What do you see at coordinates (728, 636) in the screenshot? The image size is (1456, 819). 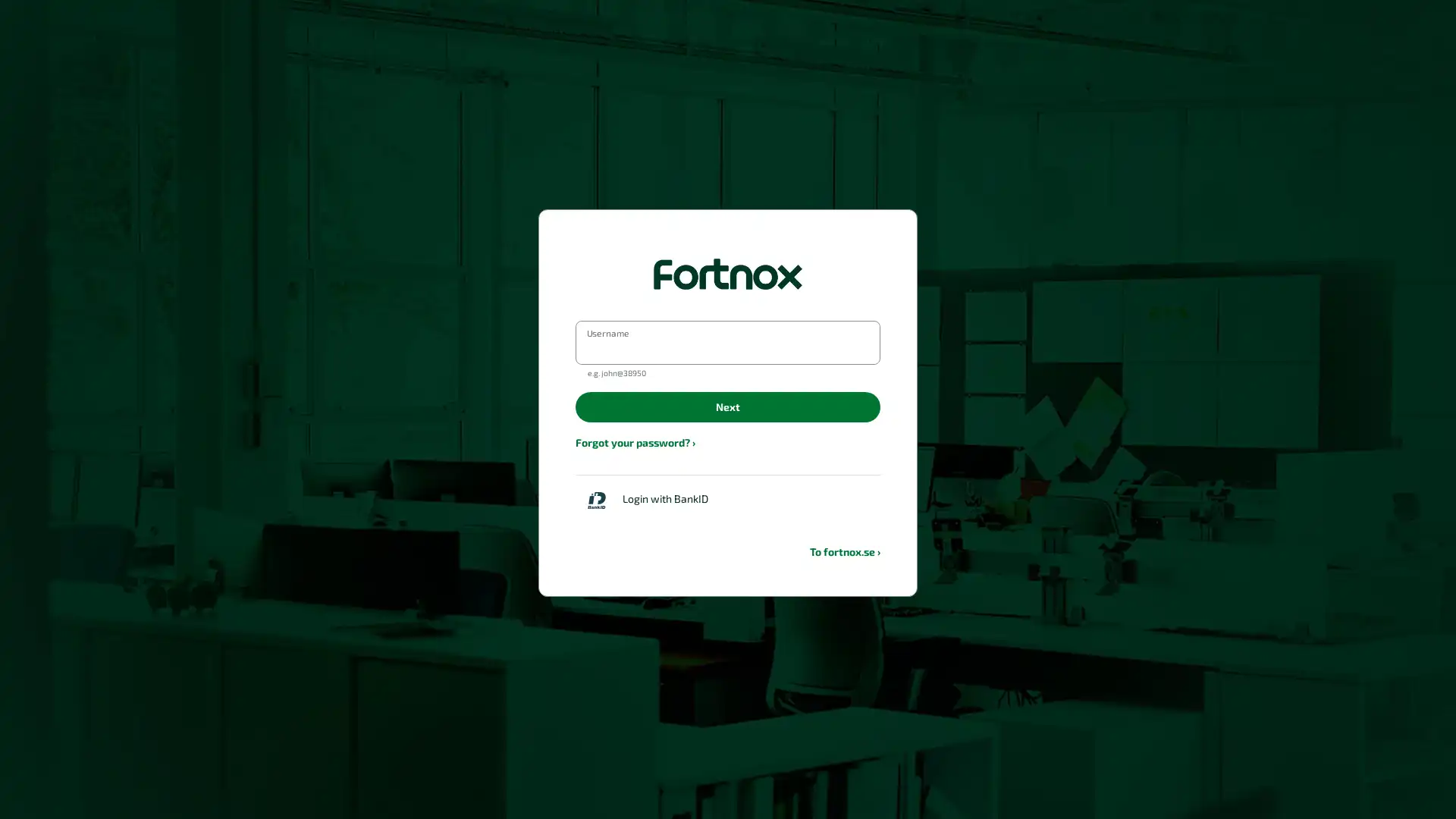 I see `Login` at bounding box center [728, 636].